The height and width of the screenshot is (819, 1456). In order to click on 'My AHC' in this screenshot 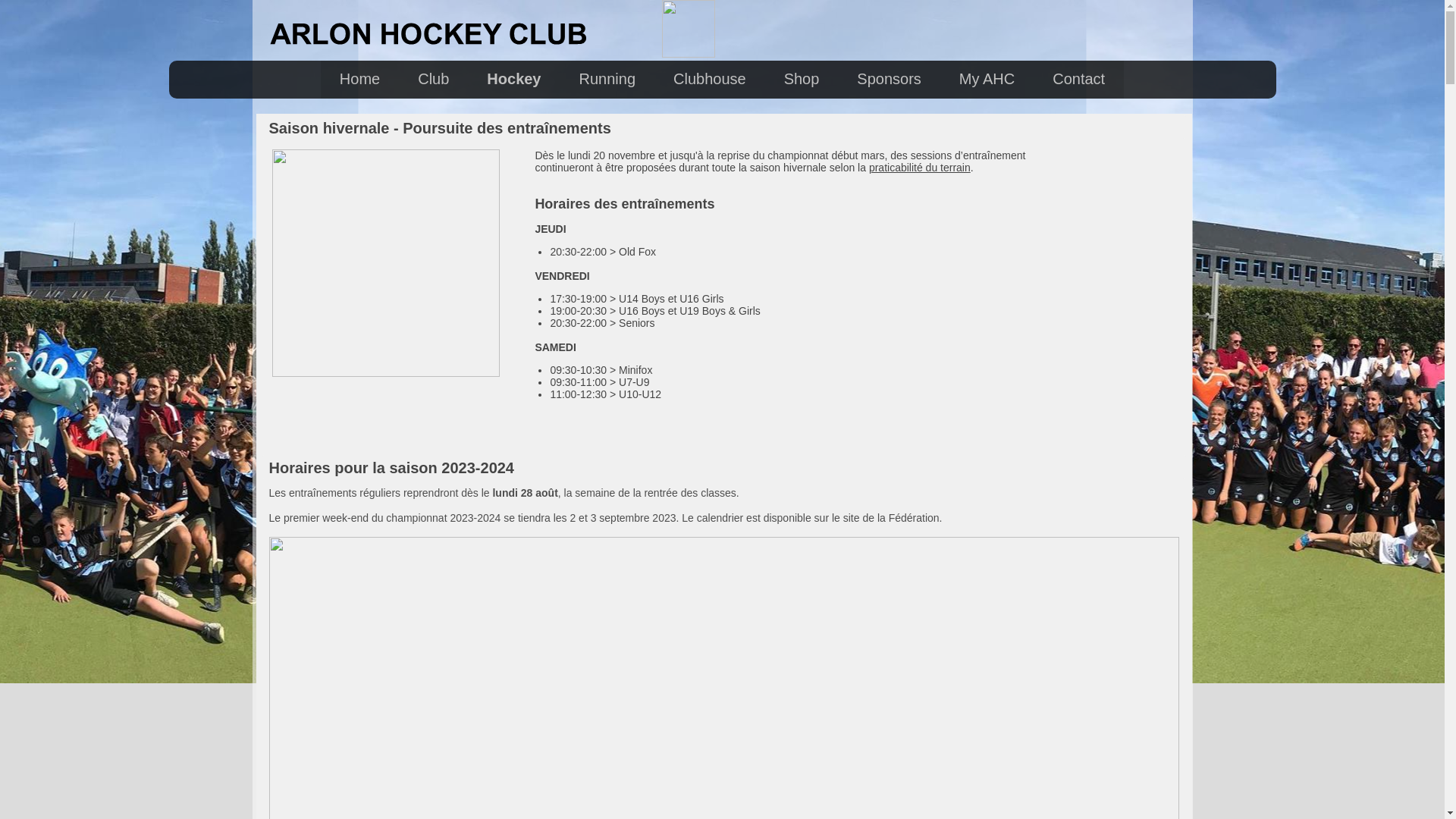, I will do `click(987, 79)`.